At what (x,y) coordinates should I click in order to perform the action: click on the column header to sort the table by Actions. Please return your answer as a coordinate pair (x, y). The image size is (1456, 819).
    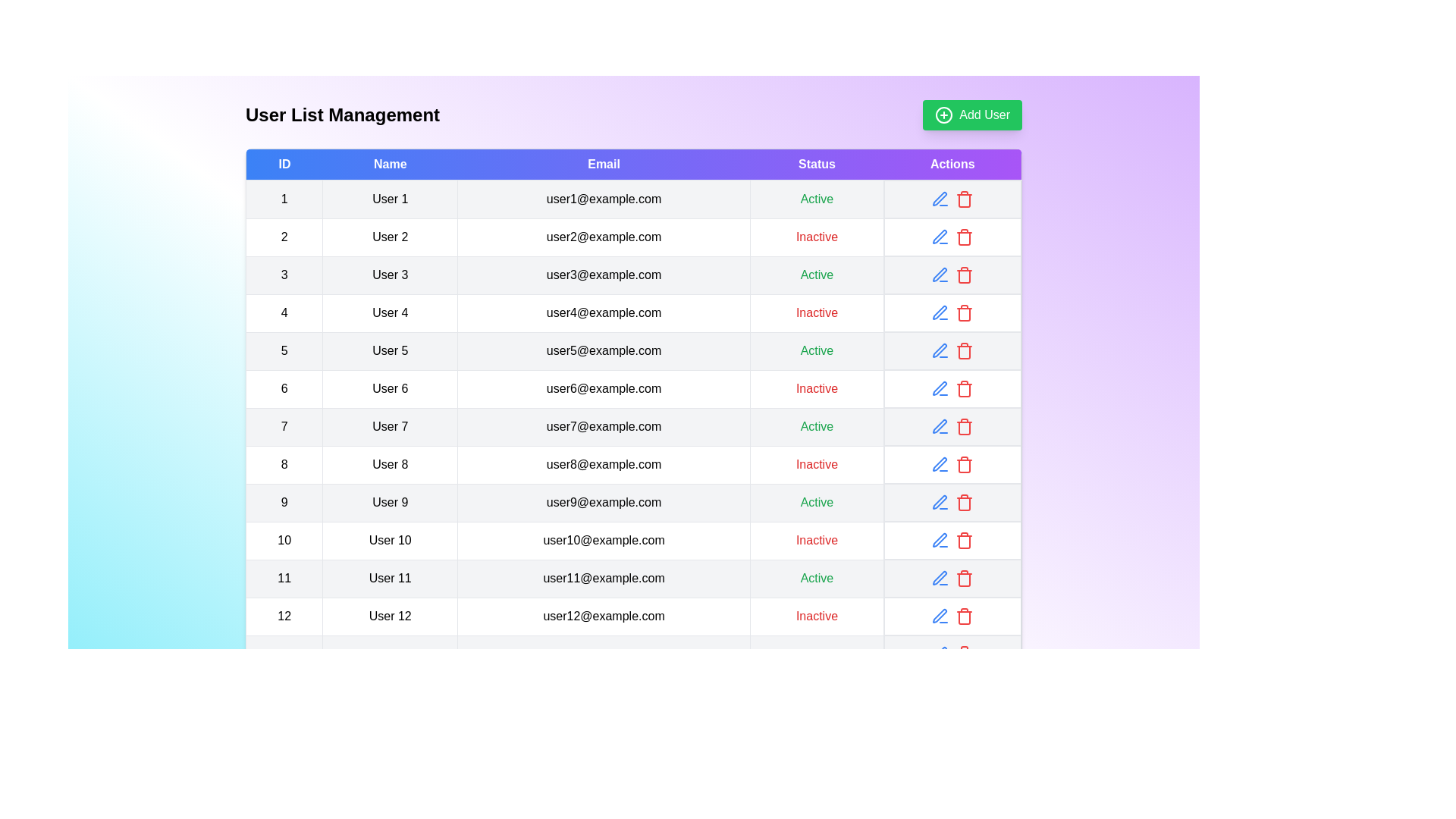
    Looking at the image, I should click on (952, 164).